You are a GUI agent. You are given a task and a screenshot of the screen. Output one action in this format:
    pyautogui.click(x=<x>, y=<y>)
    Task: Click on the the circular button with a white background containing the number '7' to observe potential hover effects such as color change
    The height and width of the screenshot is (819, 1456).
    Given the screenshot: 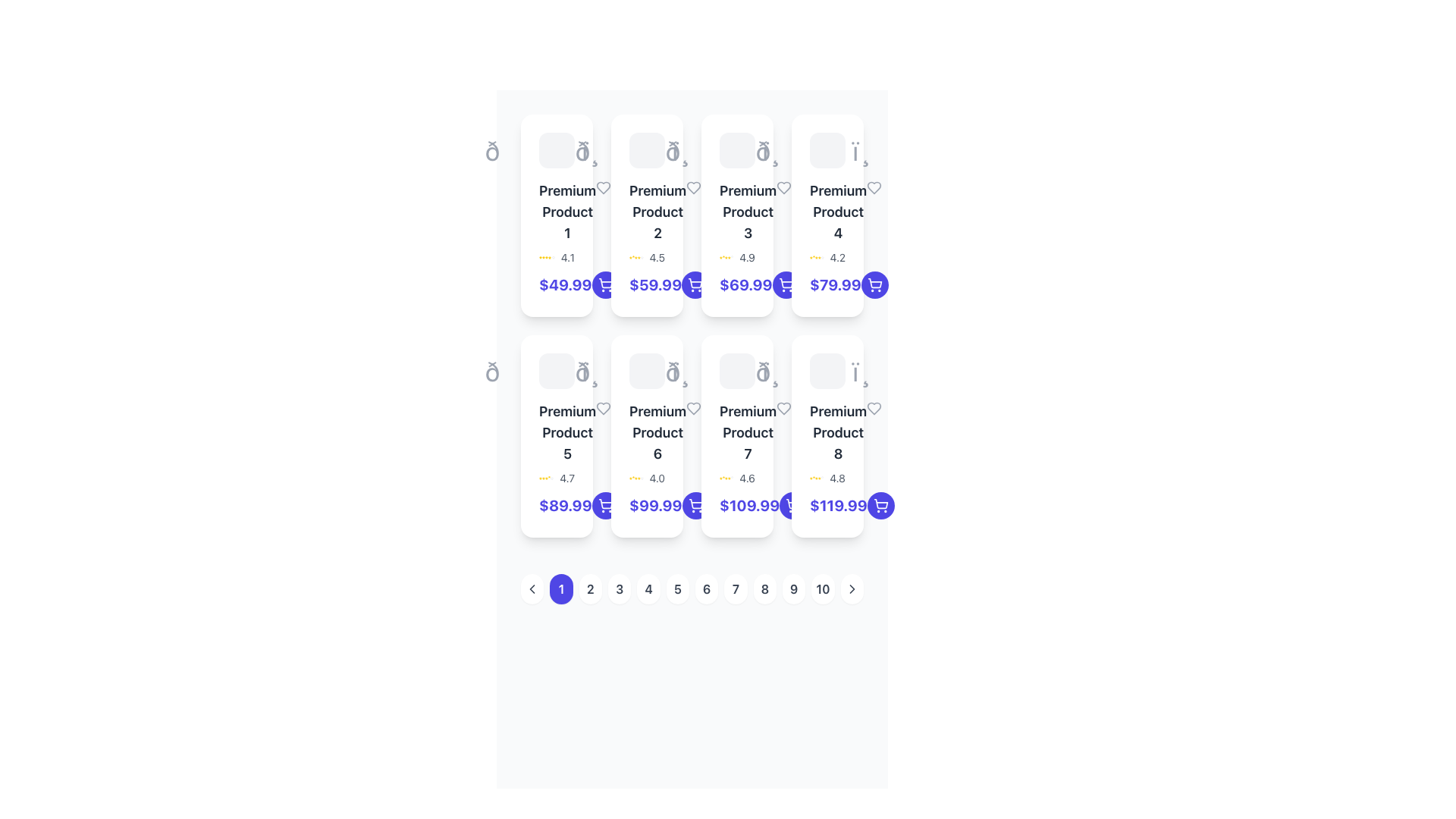 What is the action you would take?
    pyautogui.click(x=736, y=588)
    